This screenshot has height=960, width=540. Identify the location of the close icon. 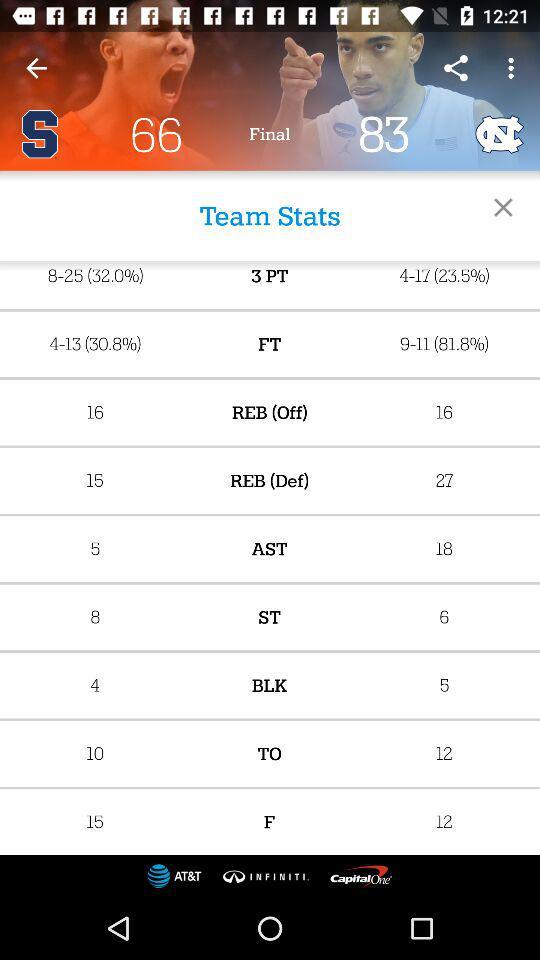
(502, 207).